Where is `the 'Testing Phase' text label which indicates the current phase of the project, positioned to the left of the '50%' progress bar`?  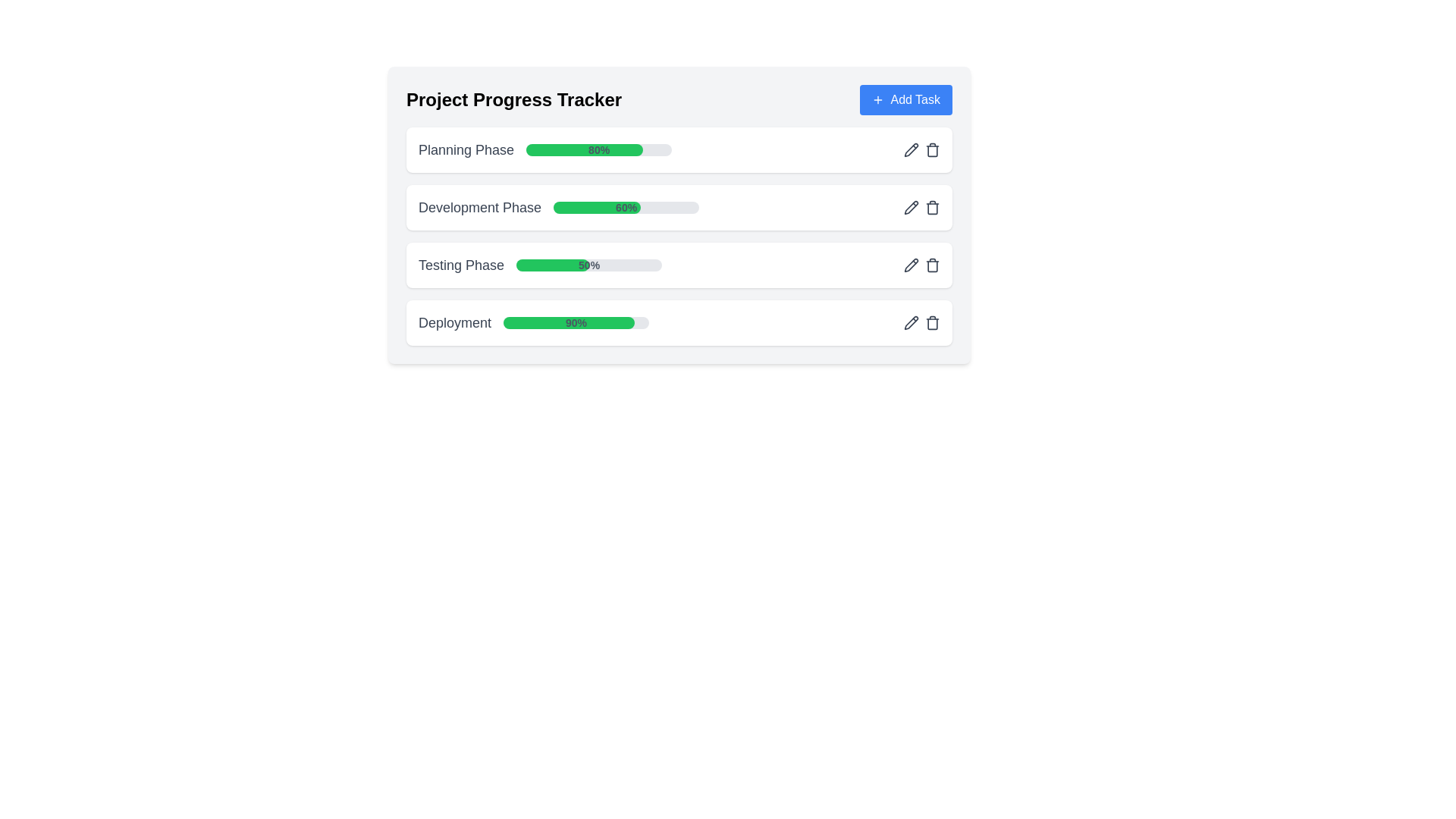
the 'Testing Phase' text label which indicates the current phase of the project, positioned to the left of the '50%' progress bar is located at coordinates (460, 265).